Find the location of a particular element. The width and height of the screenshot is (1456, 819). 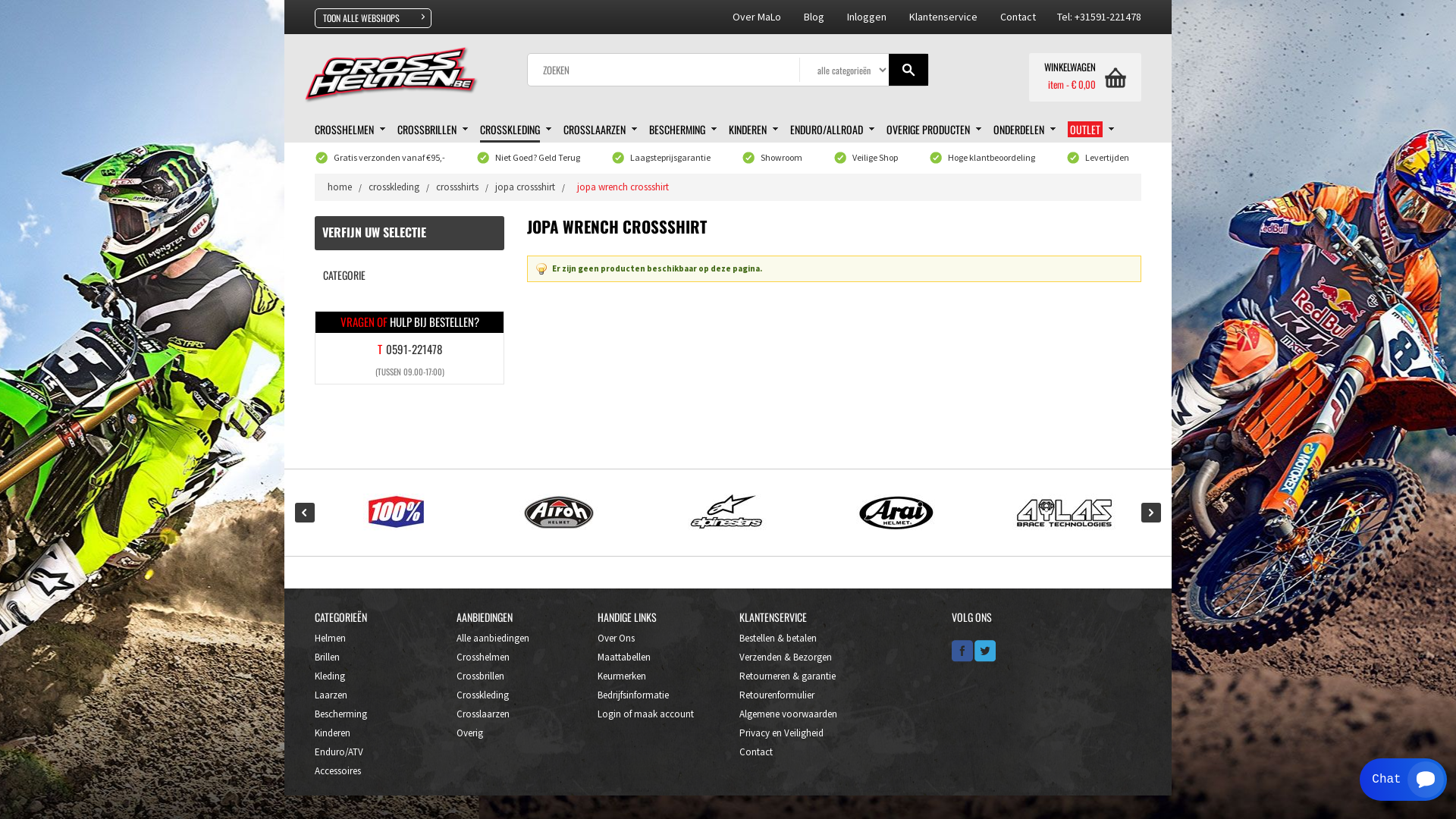

'Over MaLo' is located at coordinates (757, 17).